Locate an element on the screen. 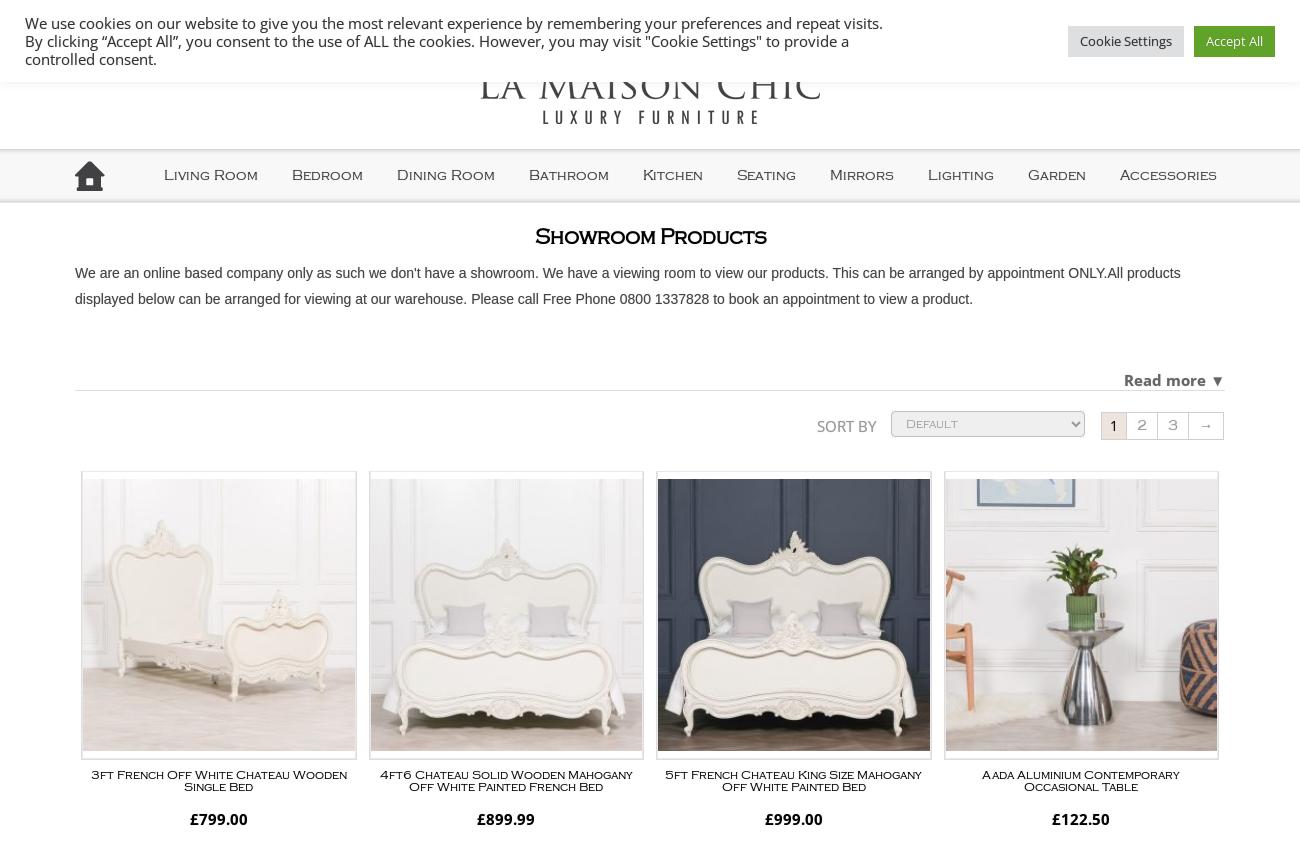 Image resolution: width=1300 pixels, height=862 pixels. 'Aada Aluminium Contemporary Occasional Table' is located at coordinates (1080, 780).